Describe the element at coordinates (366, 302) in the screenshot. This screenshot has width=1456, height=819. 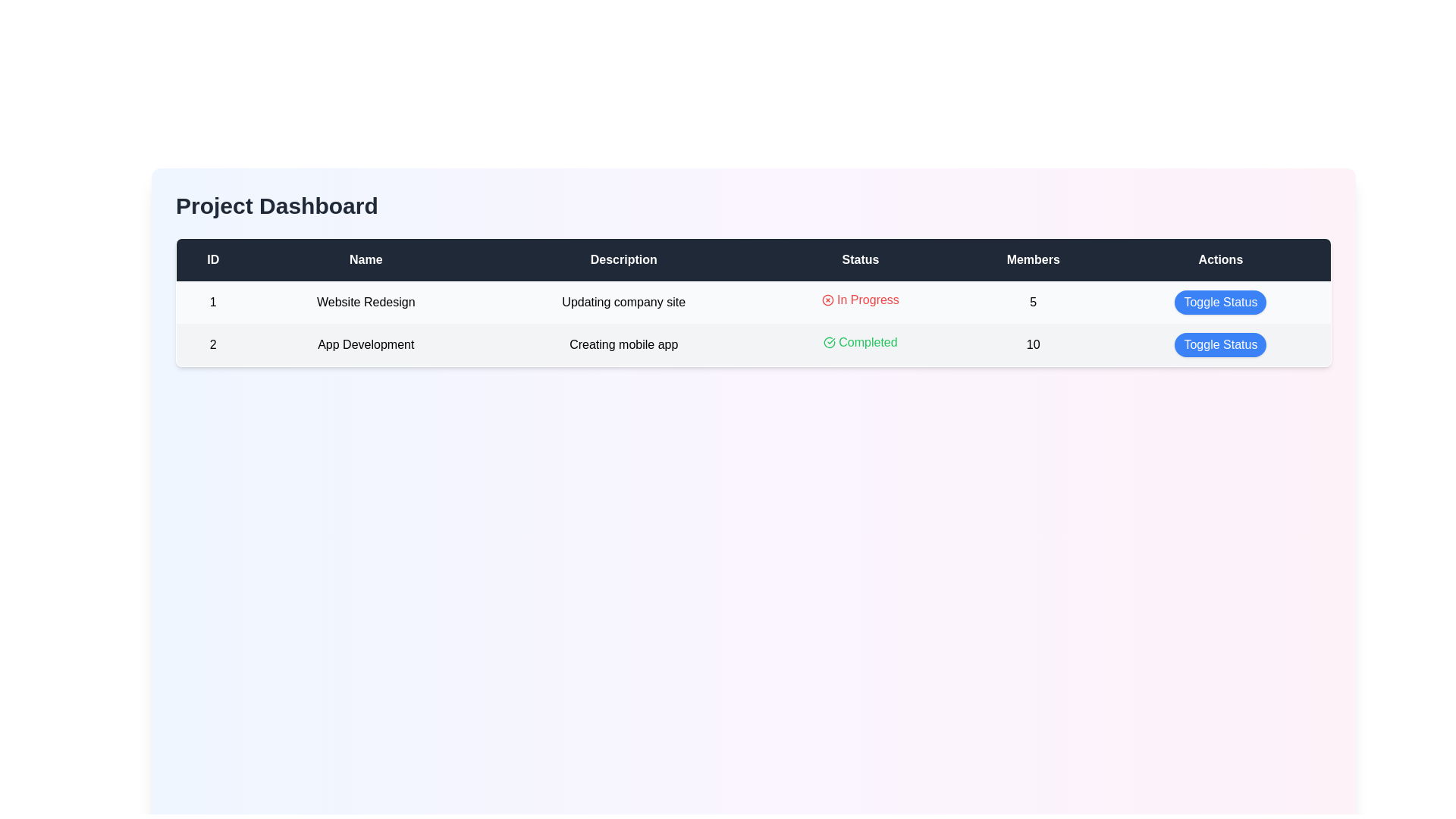
I see `the text label displaying 'Website Redesign' within the 'Name' column of the first data row in the table` at that location.